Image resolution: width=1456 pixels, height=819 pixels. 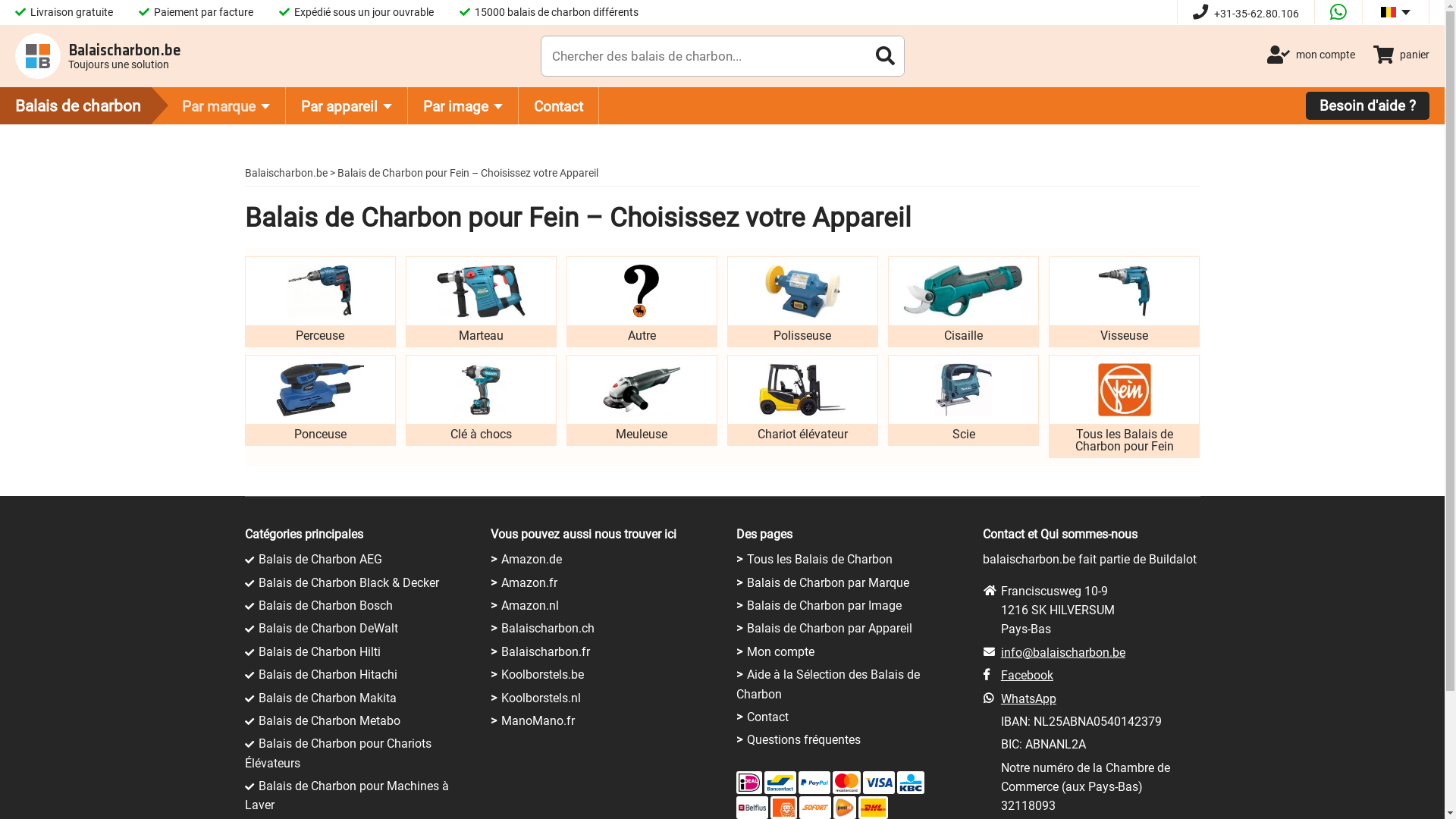 What do you see at coordinates (829, 628) in the screenshot?
I see `'Balais de Charbon par Appareil'` at bounding box center [829, 628].